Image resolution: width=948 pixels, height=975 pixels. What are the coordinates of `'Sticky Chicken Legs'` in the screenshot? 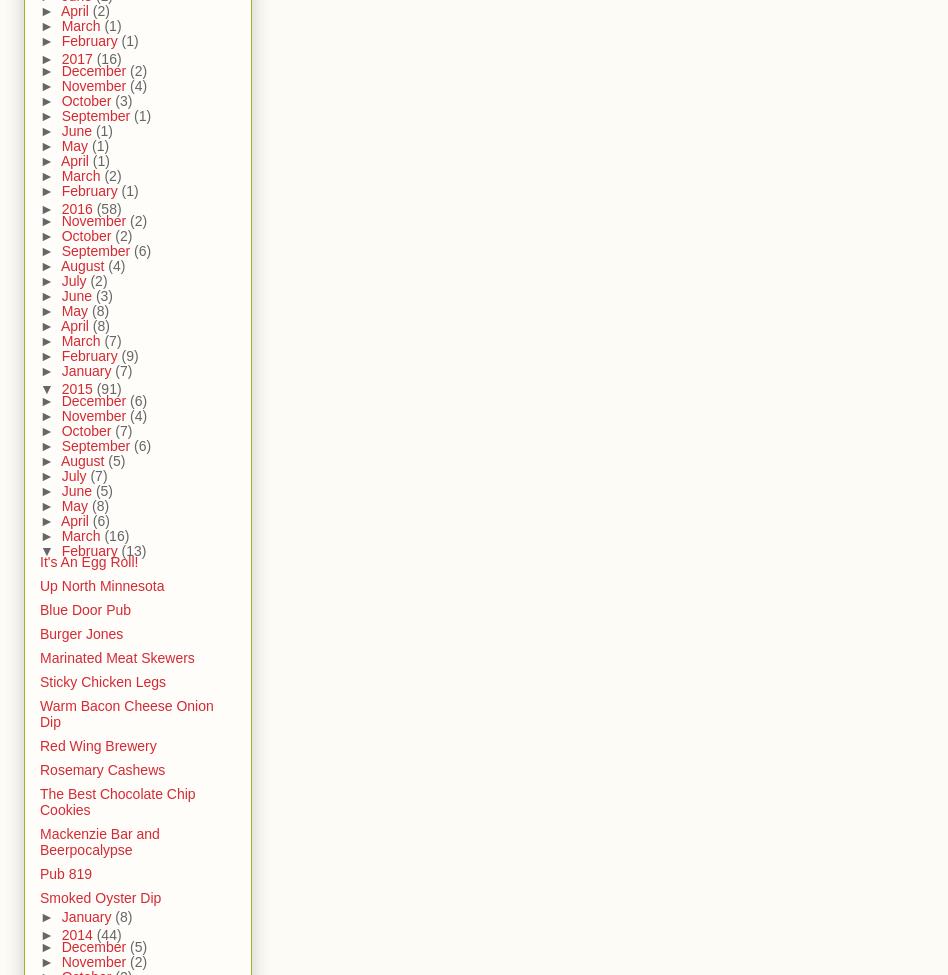 It's located at (40, 682).